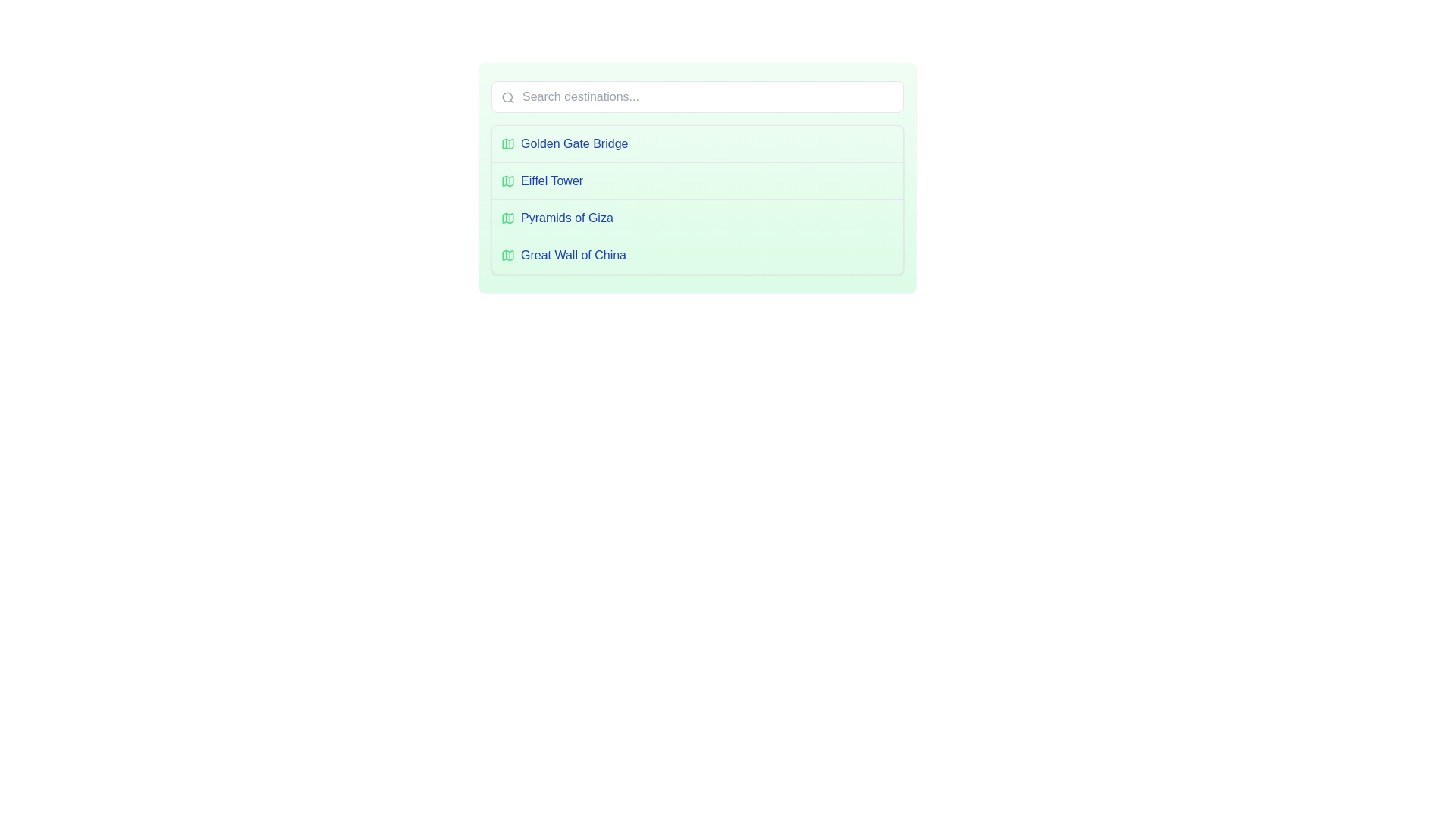  Describe the element at coordinates (508, 254) in the screenshot. I see `the map icon with a green outline located to the left of the text 'Great Wall of China'` at that location.